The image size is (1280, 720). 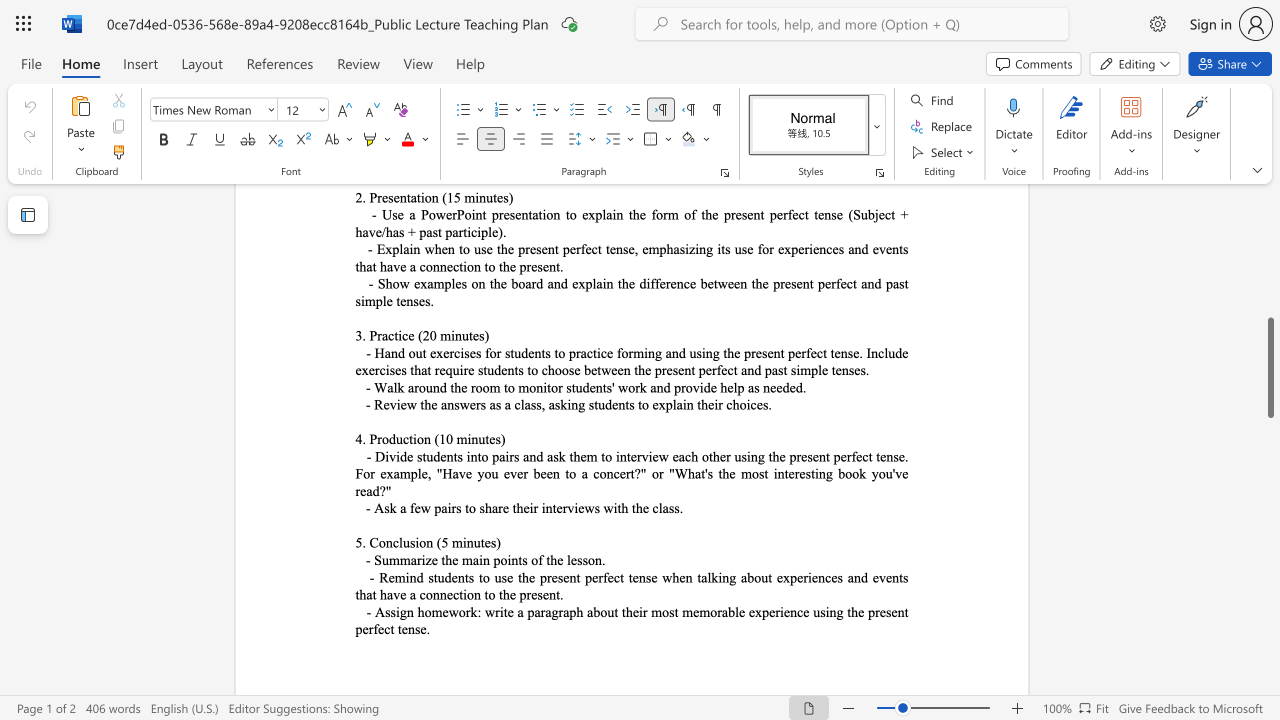 I want to click on the subset text "s the" within the text "- Divide students into pairs and ask them to interview each other using the present perfect tense. For example,", so click(x=707, y=473).